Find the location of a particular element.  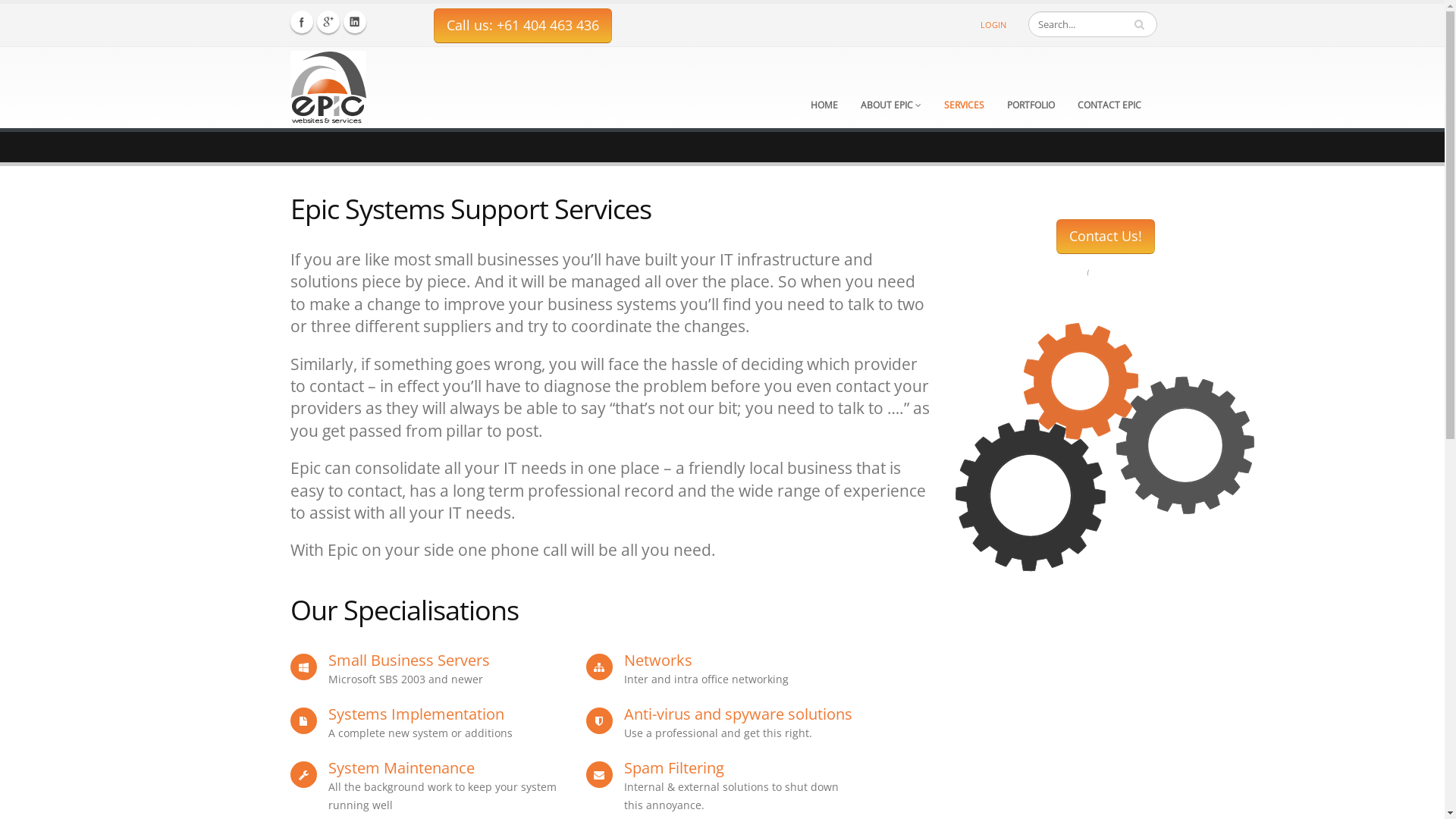

'Linkedin' is located at coordinates (353, 22).